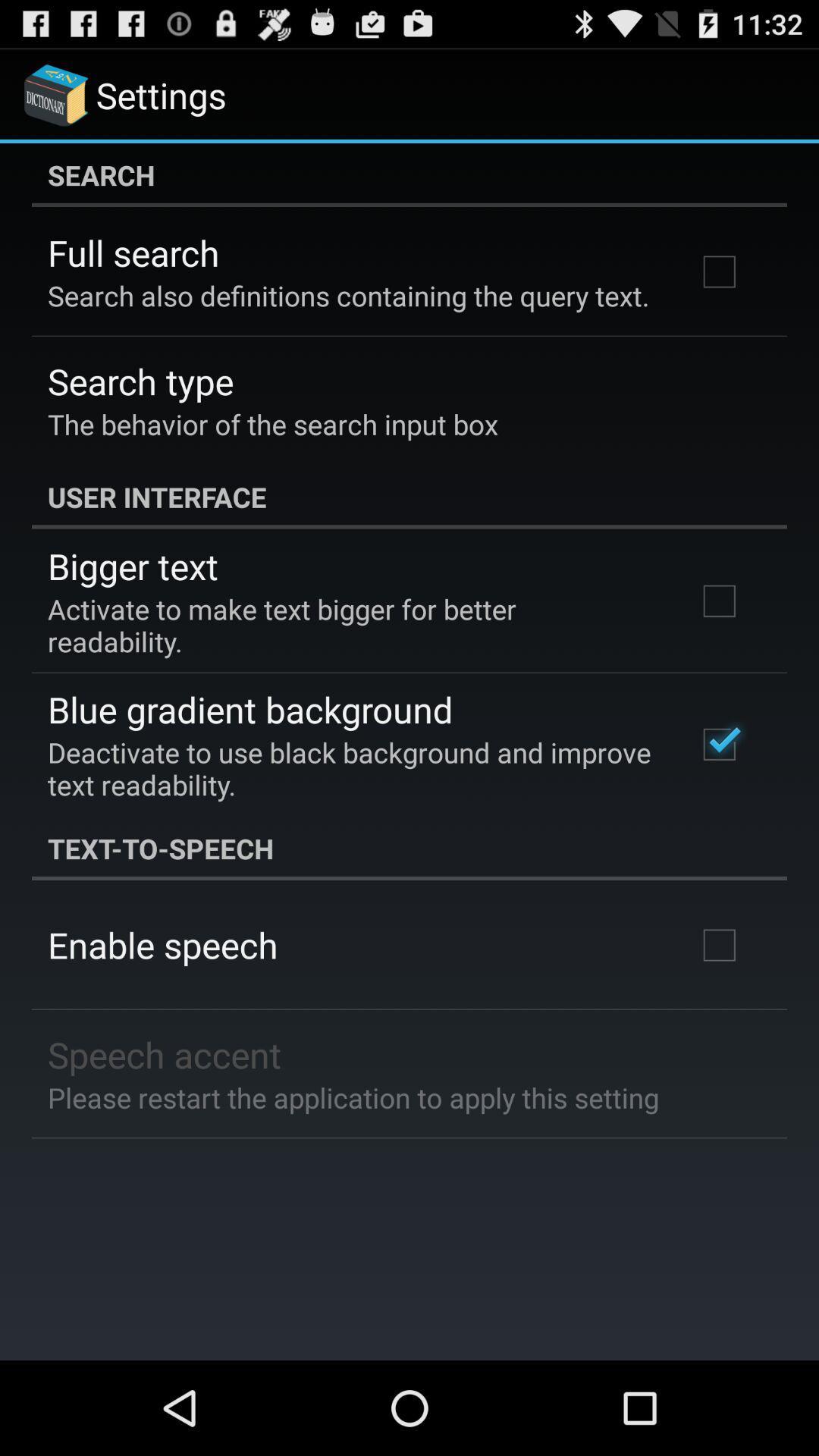  Describe the element at coordinates (271, 424) in the screenshot. I see `icon above the user interface` at that location.